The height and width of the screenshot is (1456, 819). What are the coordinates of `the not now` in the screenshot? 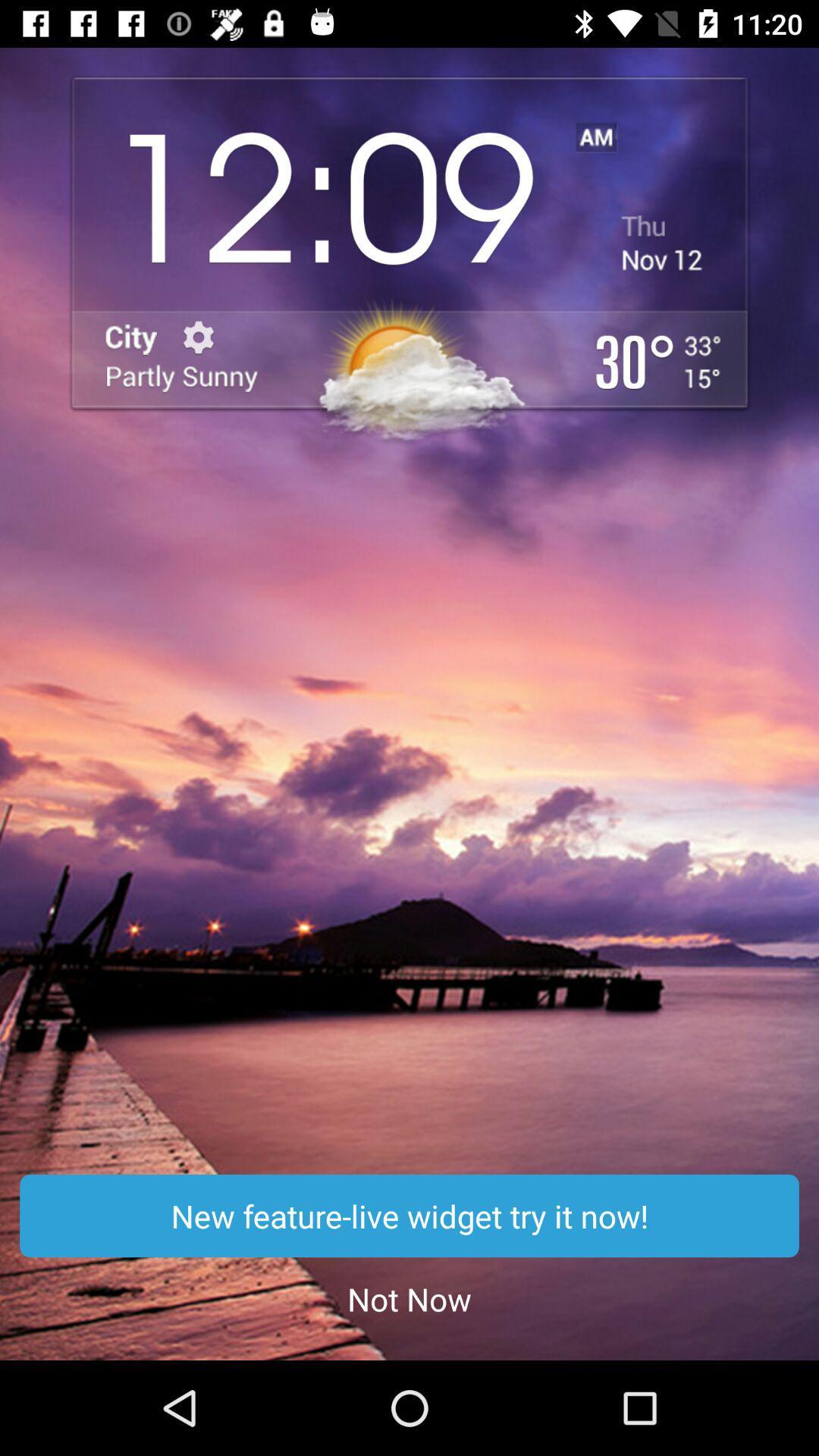 It's located at (409, 1298).